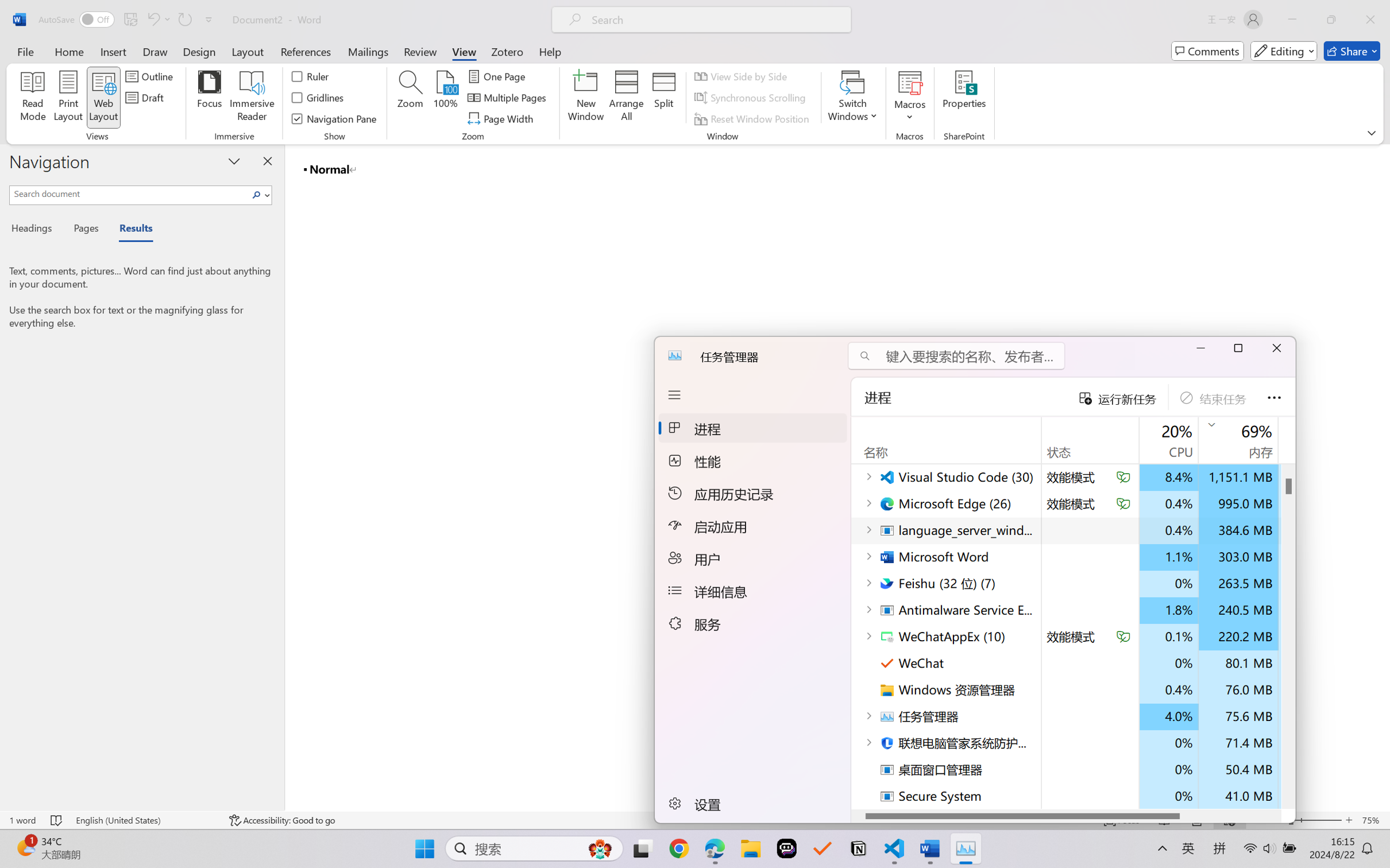  I want to click on 'Split', so click(663, 98).